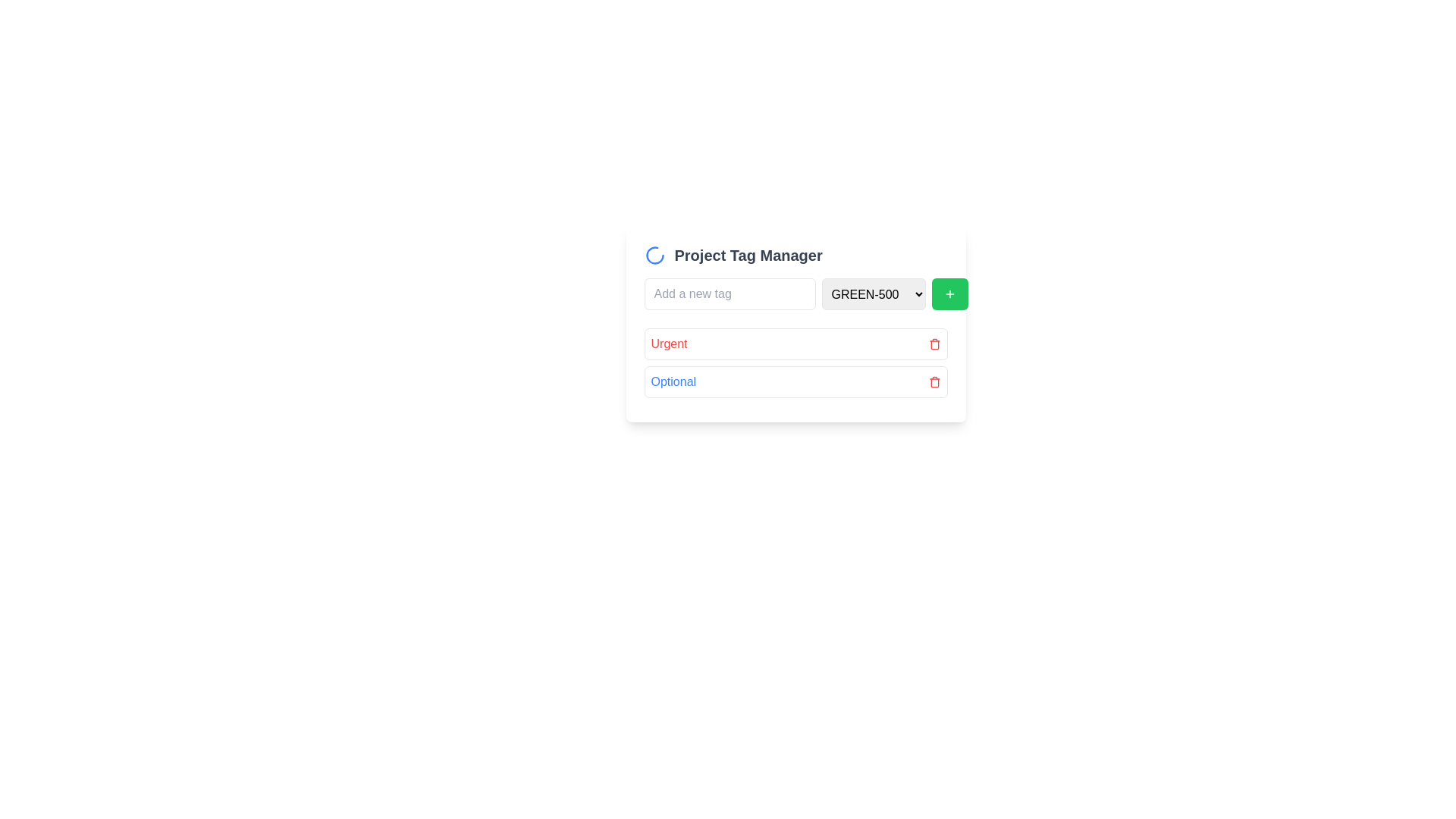 This screenshot has height=819, width=1456. Describe the element at coordinates (874, 294) in the screenshot. I see `the dropdown menu displaying color codes in uppercase with a light gray background and rounded corners, positioned between the 'Add a new tag' input field and a green button with a plus symbol` at that location.